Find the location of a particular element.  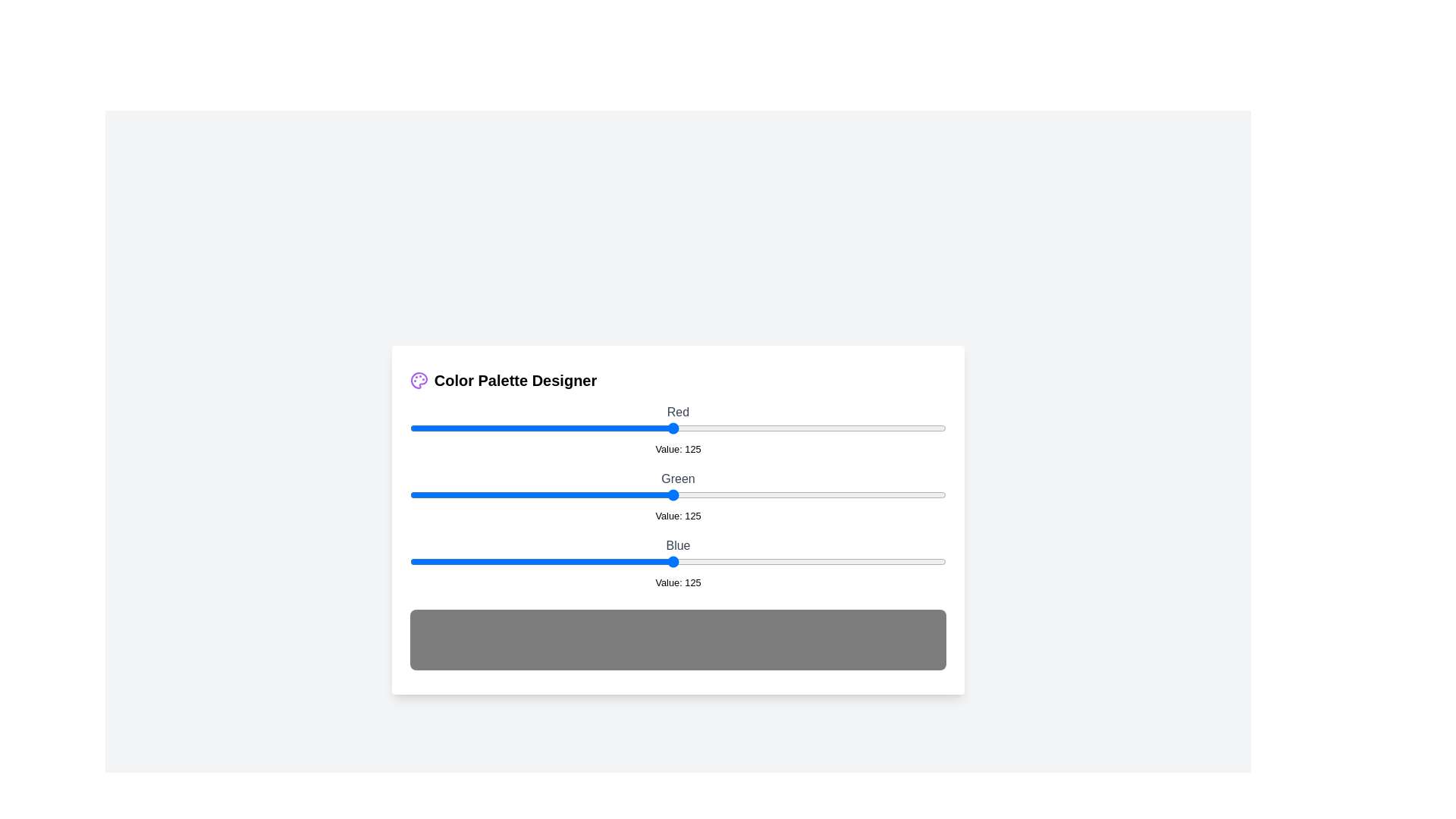

the 0 slider to 87 is located at coordinates (592, 428).